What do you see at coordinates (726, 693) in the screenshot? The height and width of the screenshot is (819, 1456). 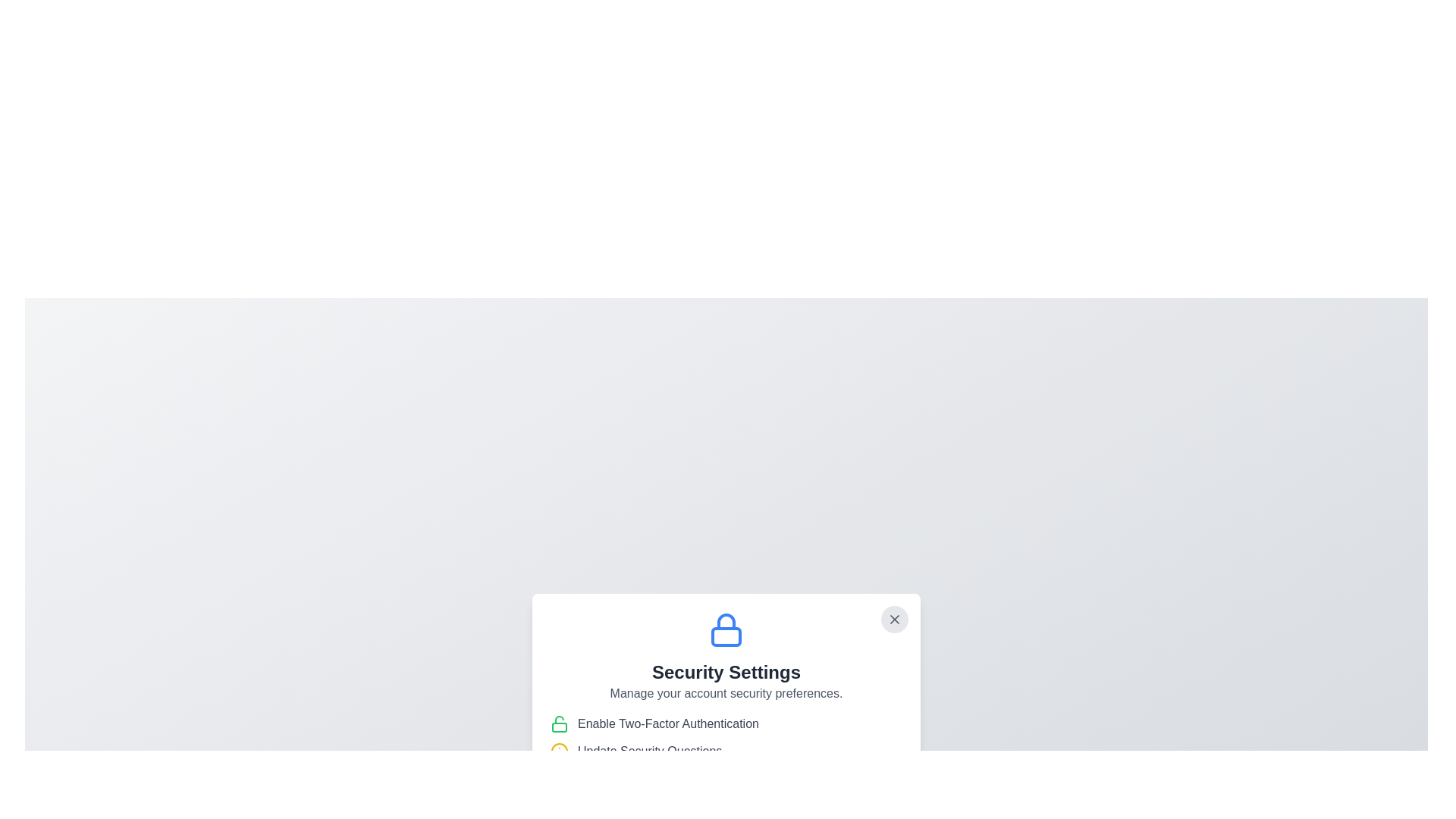 I see `the text element displaying 'Manage your account security preferences.' which is located below the 'Security Settings' heading` at bounding box center [726, 693].